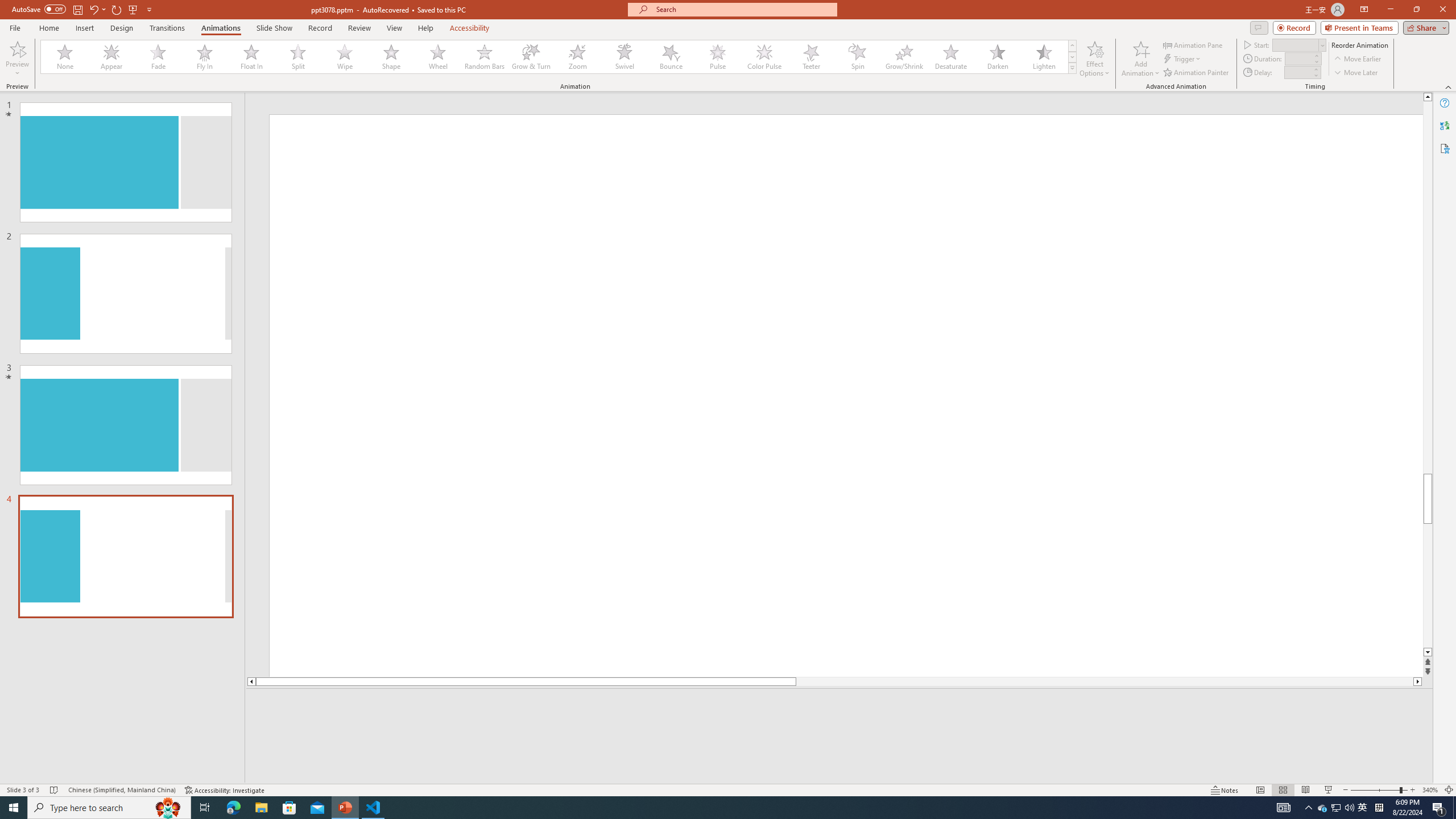  What do you see at coordinates (996, 56) in the screenshot?
I see `'Darken'` at bounding box center [996, 56].